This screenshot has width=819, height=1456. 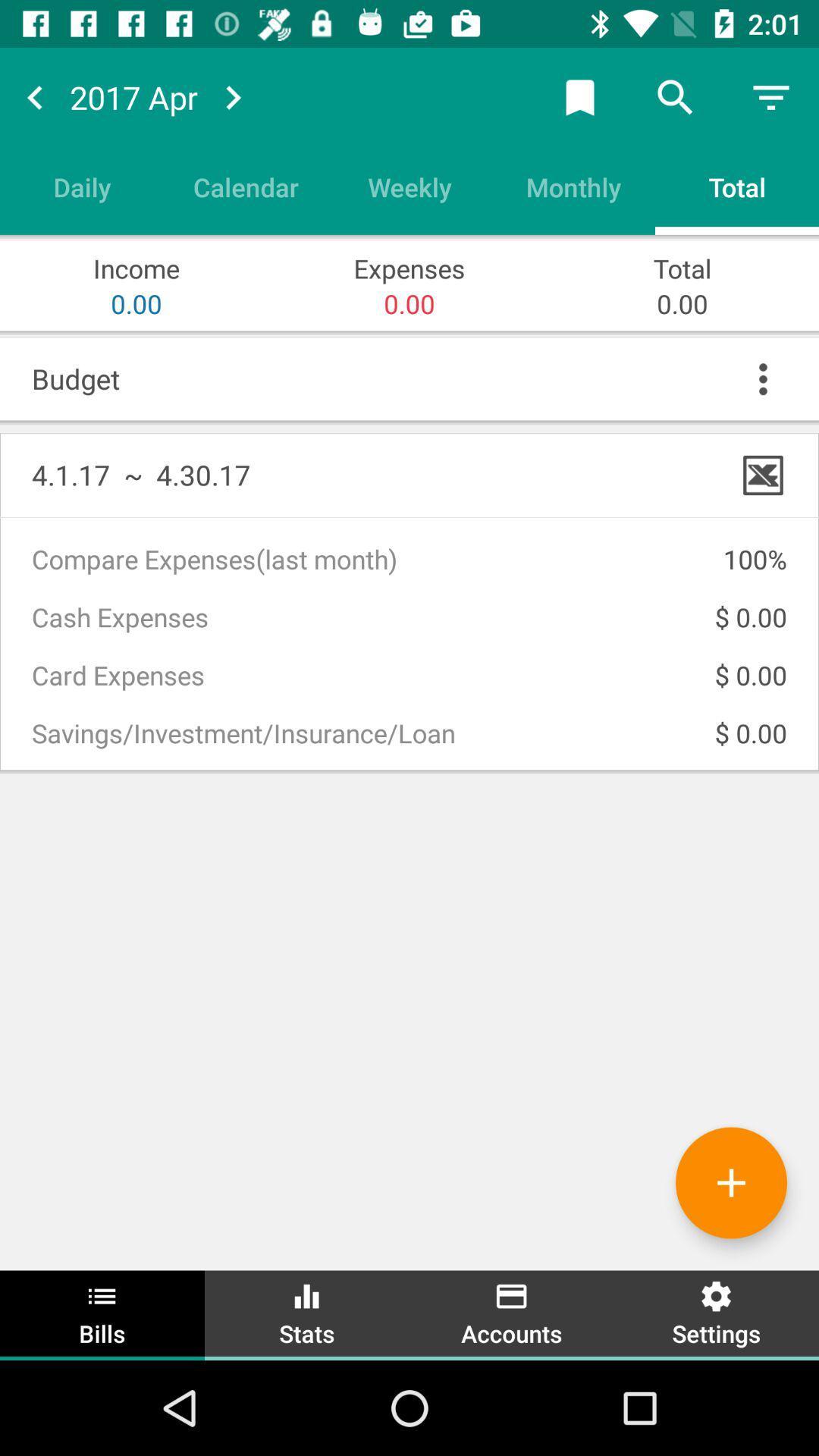 I want to click on the filter_list icon, so click(x=771, y=96).